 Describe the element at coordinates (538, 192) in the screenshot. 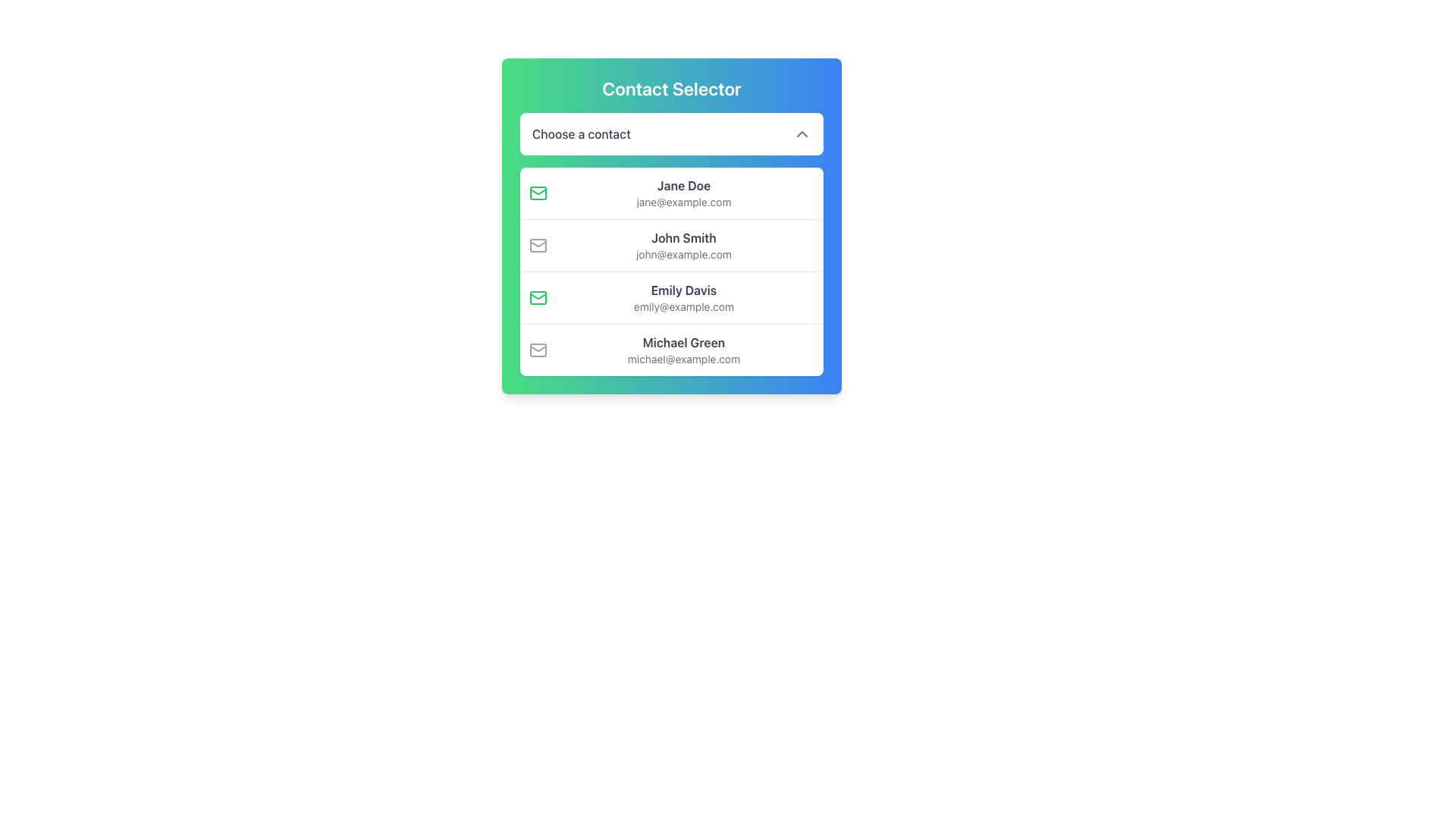

I see `the green mail icon resembling an envelope located to the left of the name 'Jane Doe' in the contact list` at that location.